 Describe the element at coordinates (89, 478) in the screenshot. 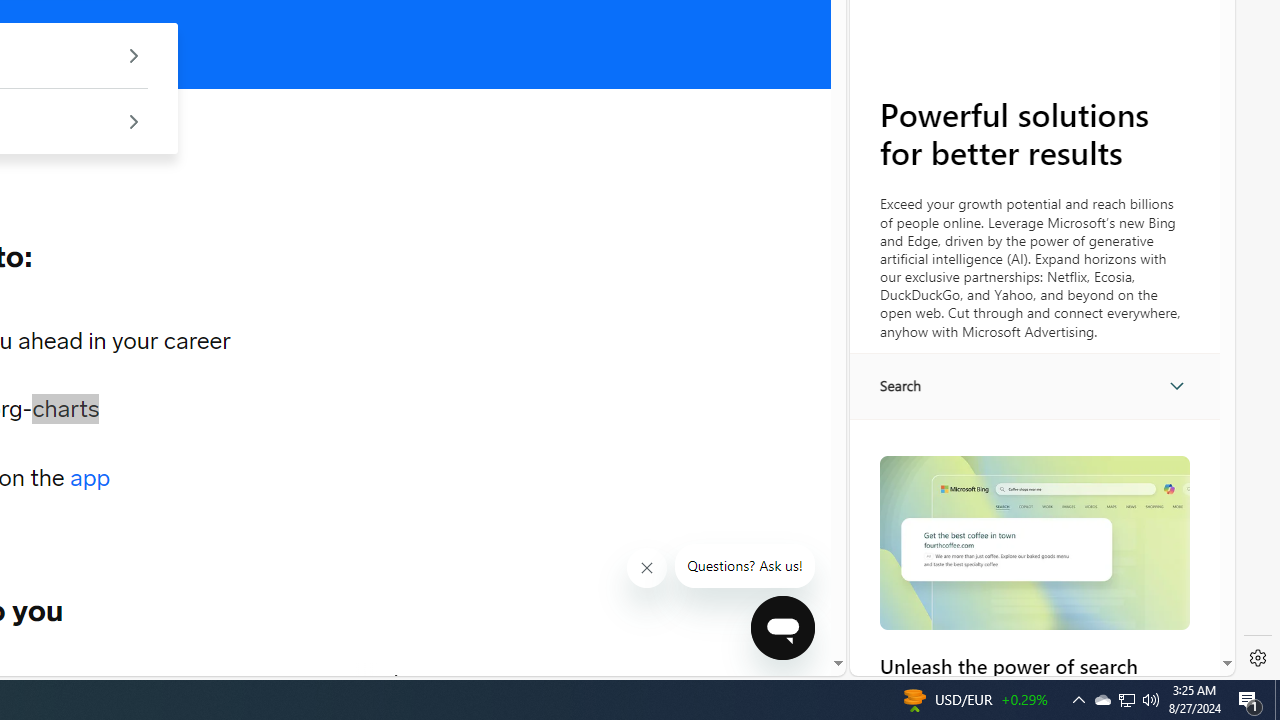

I see `'app'` at that location.